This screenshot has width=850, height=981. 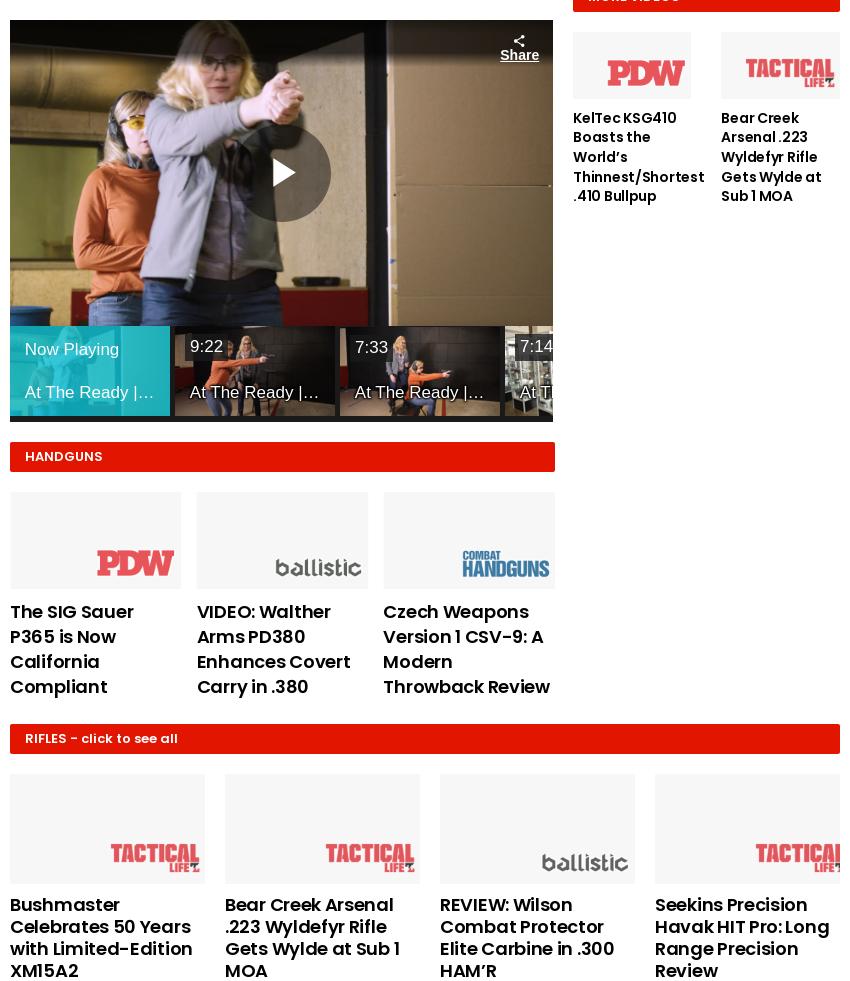 I want to click on 'At The Ready | Season 2 | Episode 5: Cover/Concealment/Barriers', so click(x=274, y=390).